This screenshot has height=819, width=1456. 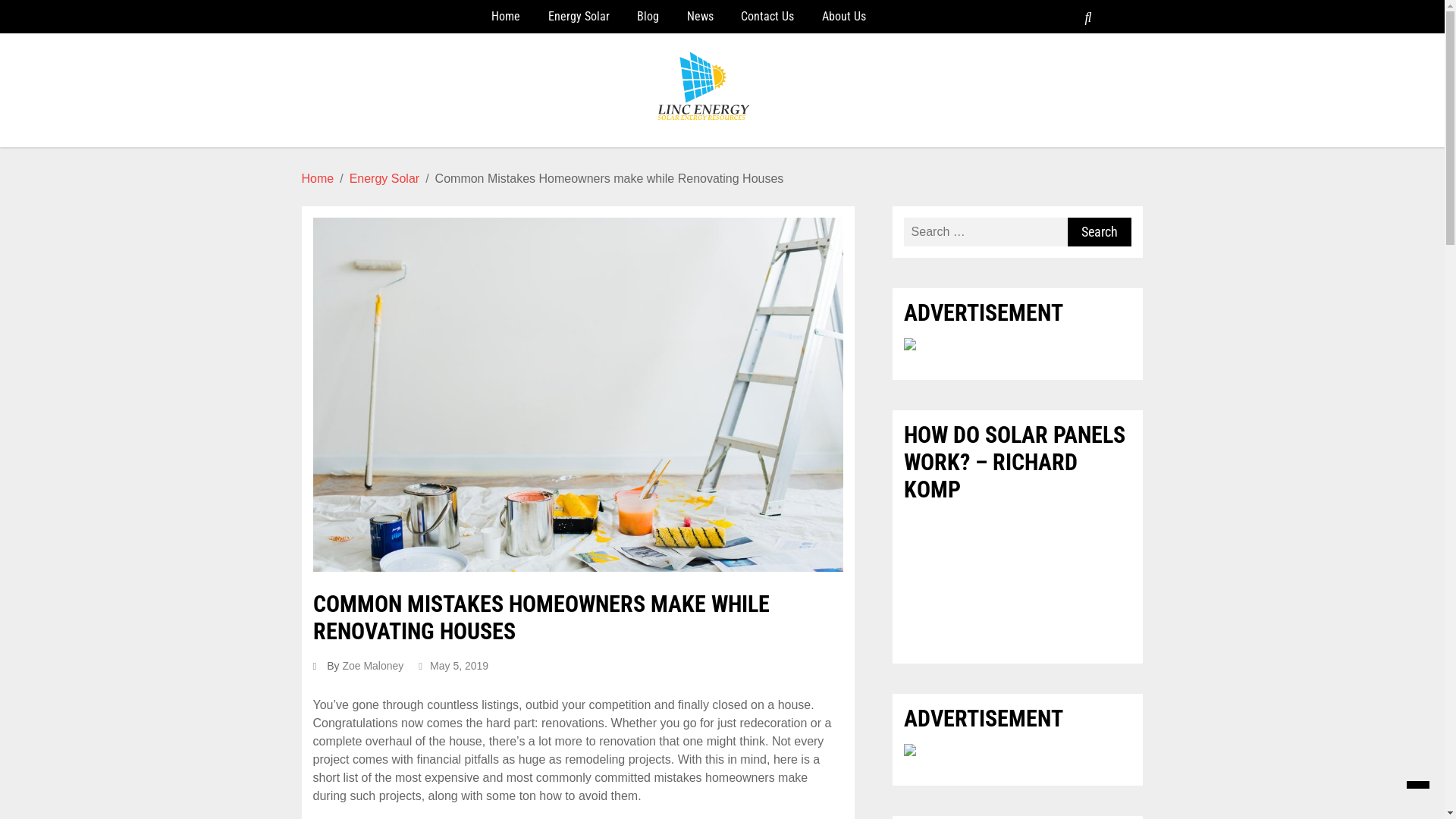 I want to click on 'About Us', so click(x=843, y=17).